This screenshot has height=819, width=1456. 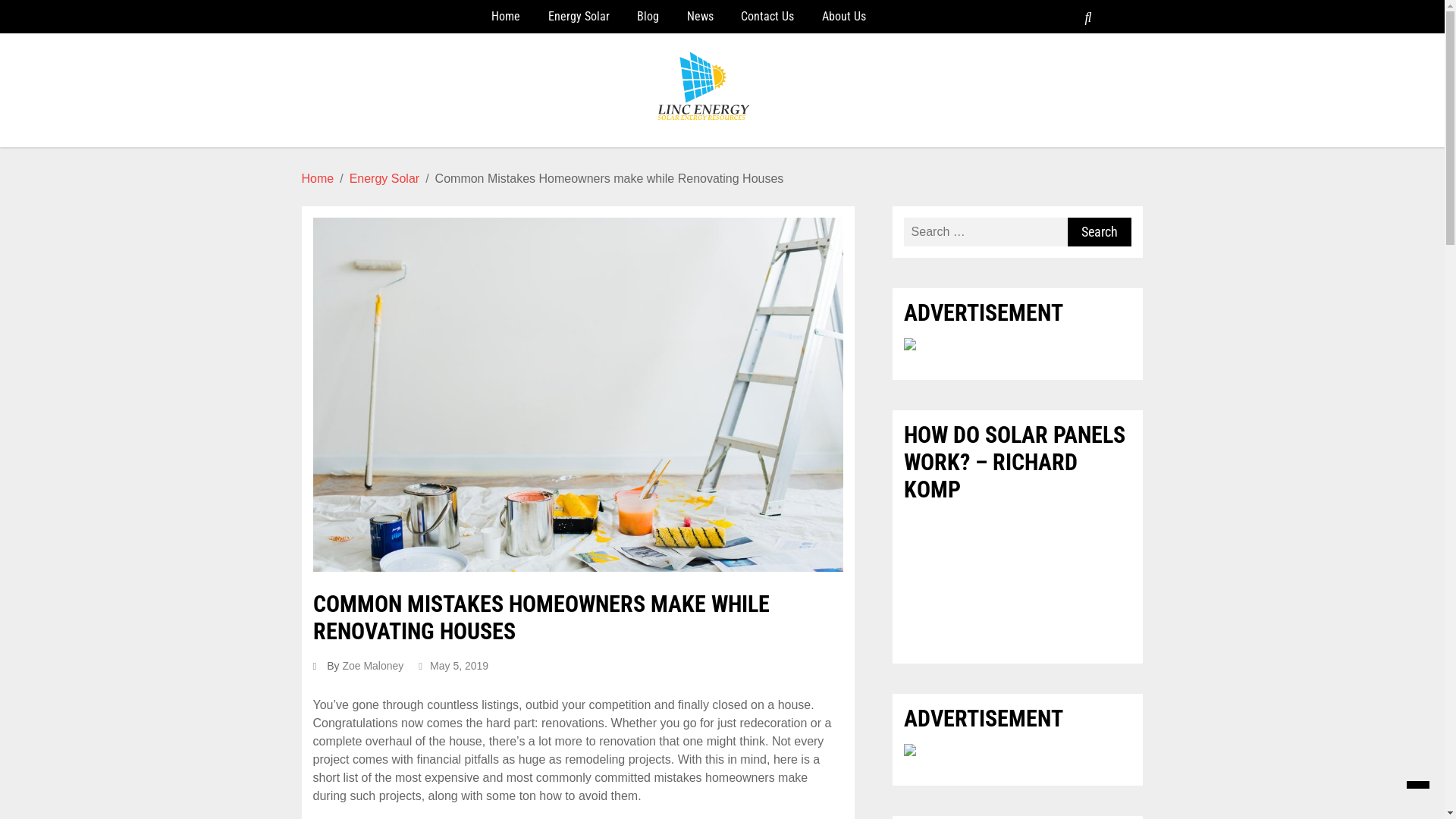 I want to click on 'About Us', so click(x=843, y=17).